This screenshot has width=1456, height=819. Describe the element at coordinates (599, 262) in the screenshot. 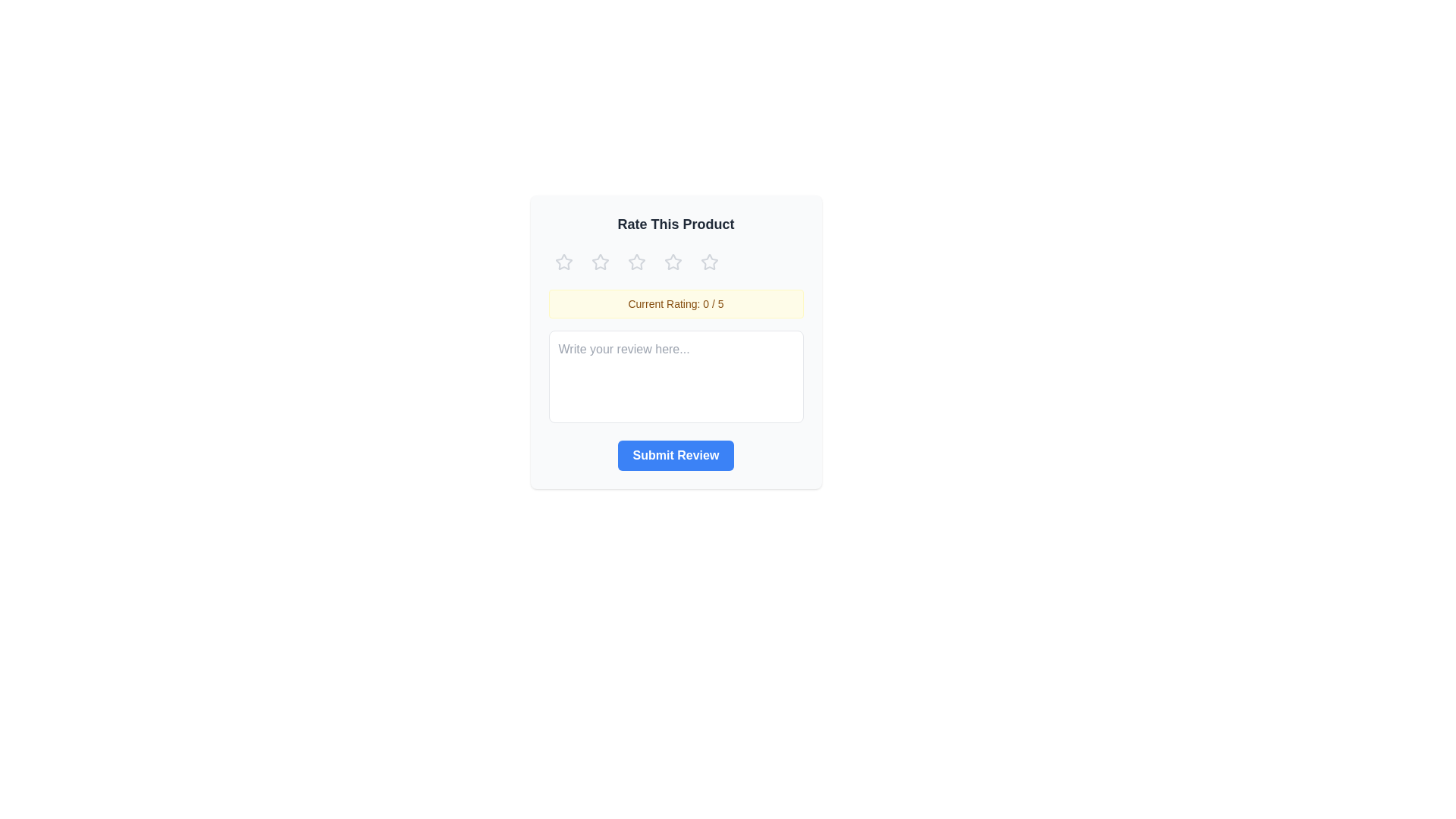

I see `the star corresponding to the desired rating 2` at that location.